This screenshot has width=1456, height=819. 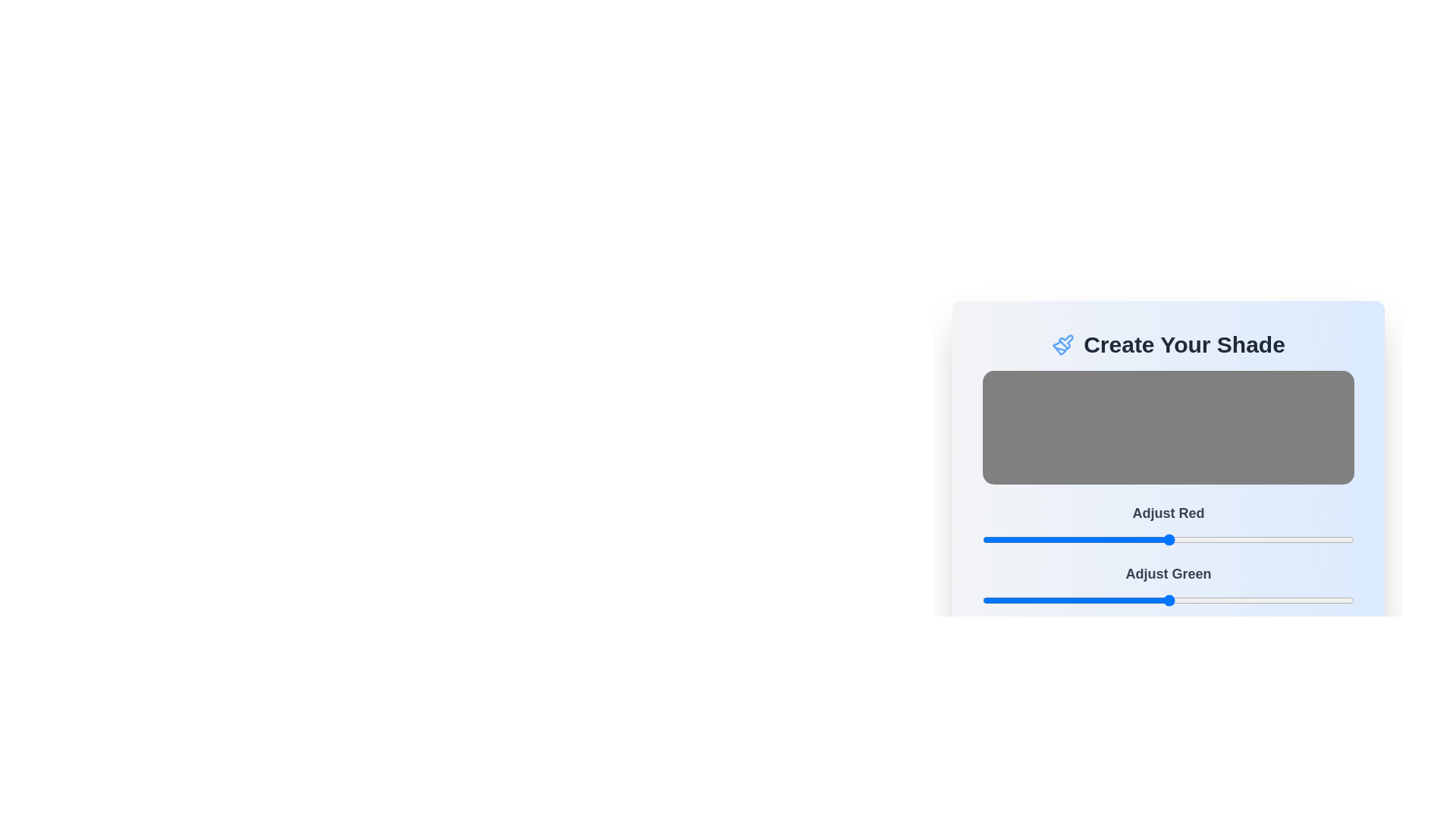 What do you see at coordinates (1236, 539) in the screenshot?
I see `the red color slider to 174` at bounding box center [1236, 539].